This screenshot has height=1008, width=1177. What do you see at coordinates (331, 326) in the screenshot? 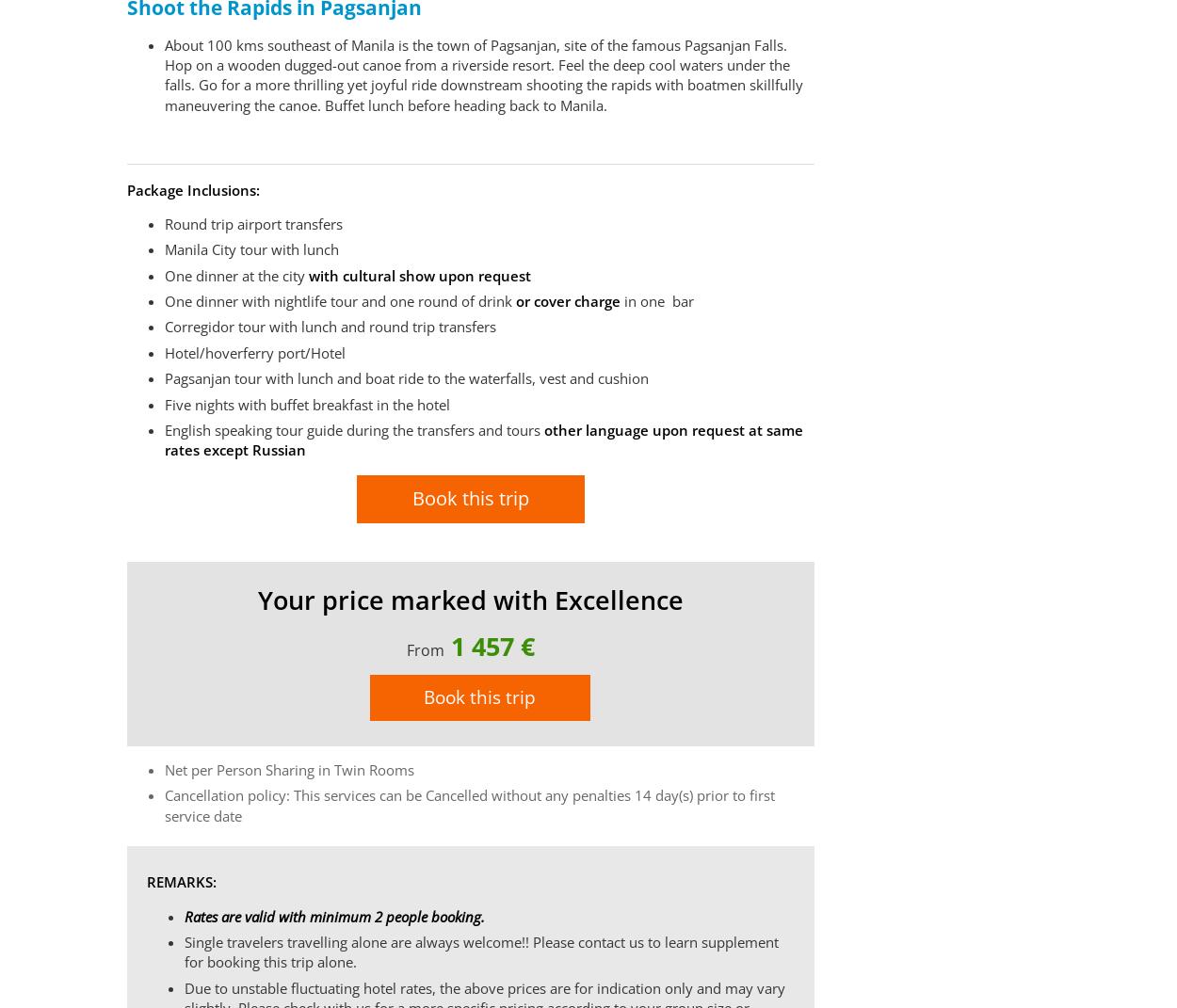
I see `'Corregidor tour with lunch and round trip transfers'` at bounding box center [331, 326].